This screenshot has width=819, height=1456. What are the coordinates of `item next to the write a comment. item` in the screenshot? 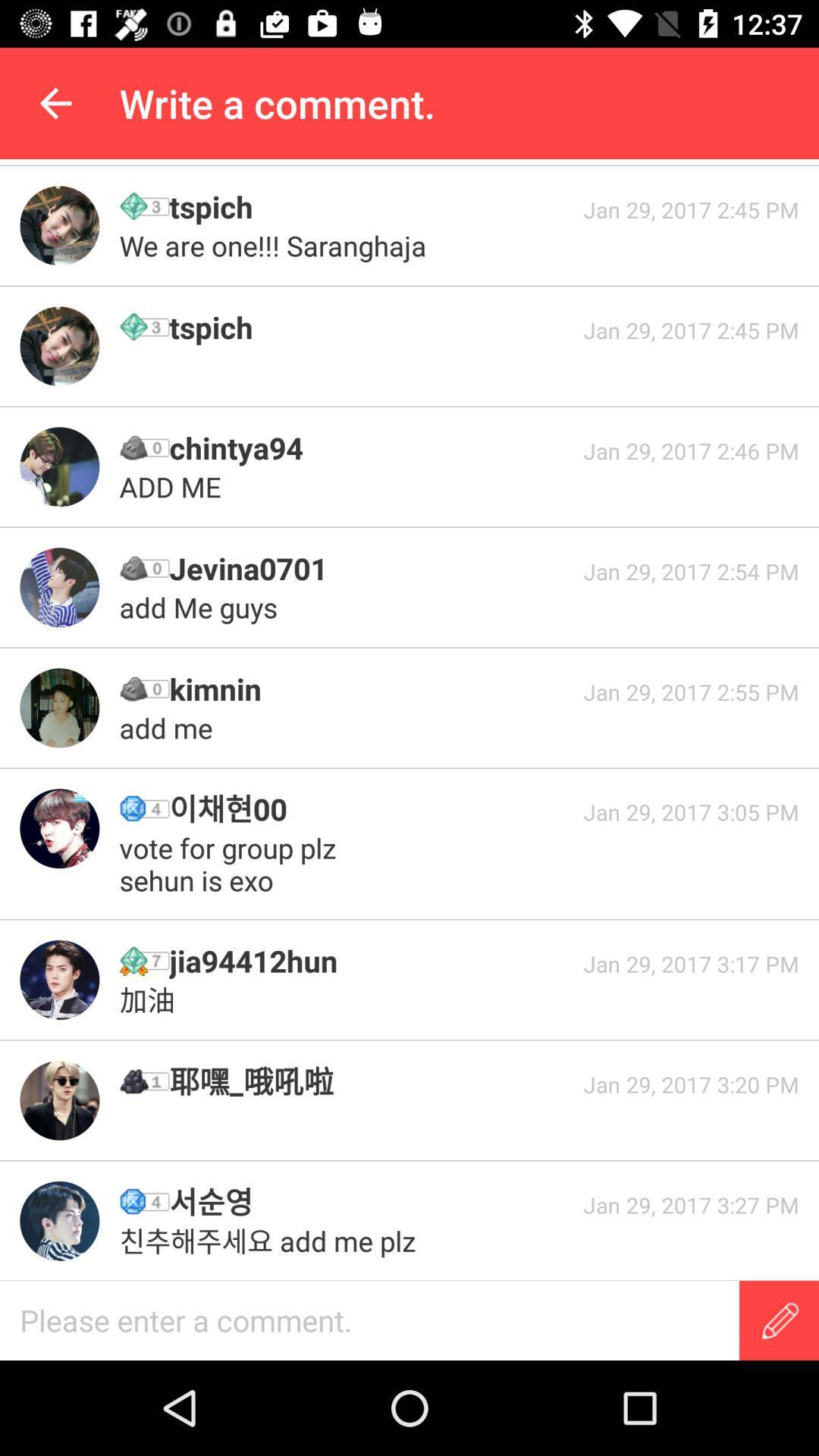 It's located at (55, 102).